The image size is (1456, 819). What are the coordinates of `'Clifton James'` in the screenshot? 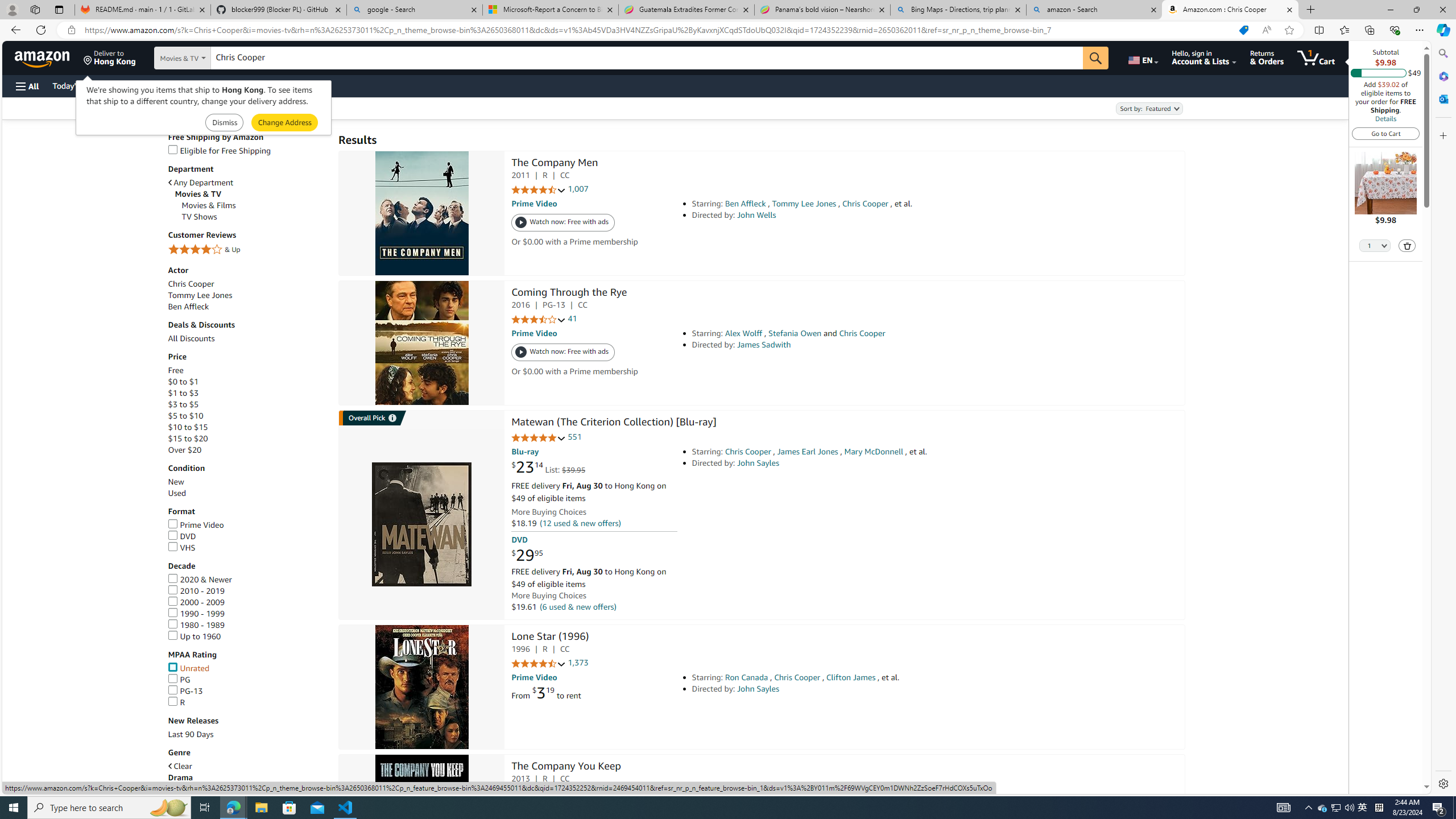 It's located at (851, 677).